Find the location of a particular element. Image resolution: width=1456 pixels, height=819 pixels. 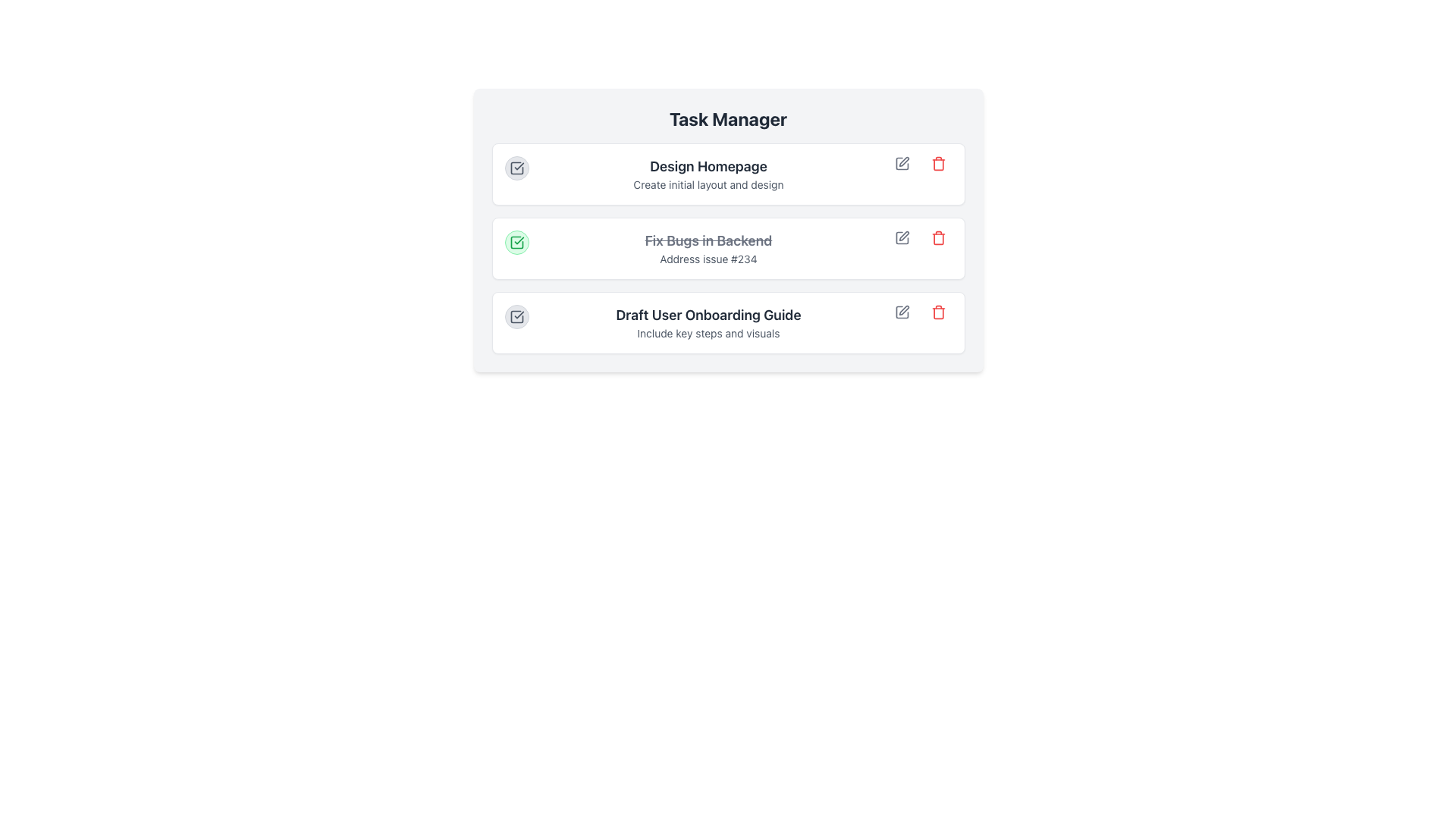

the text block titled 'Draft User Onboarding Guide', which is the third task in the task list and features a prominent font and rounded corners is located at coordinates (708, 322).